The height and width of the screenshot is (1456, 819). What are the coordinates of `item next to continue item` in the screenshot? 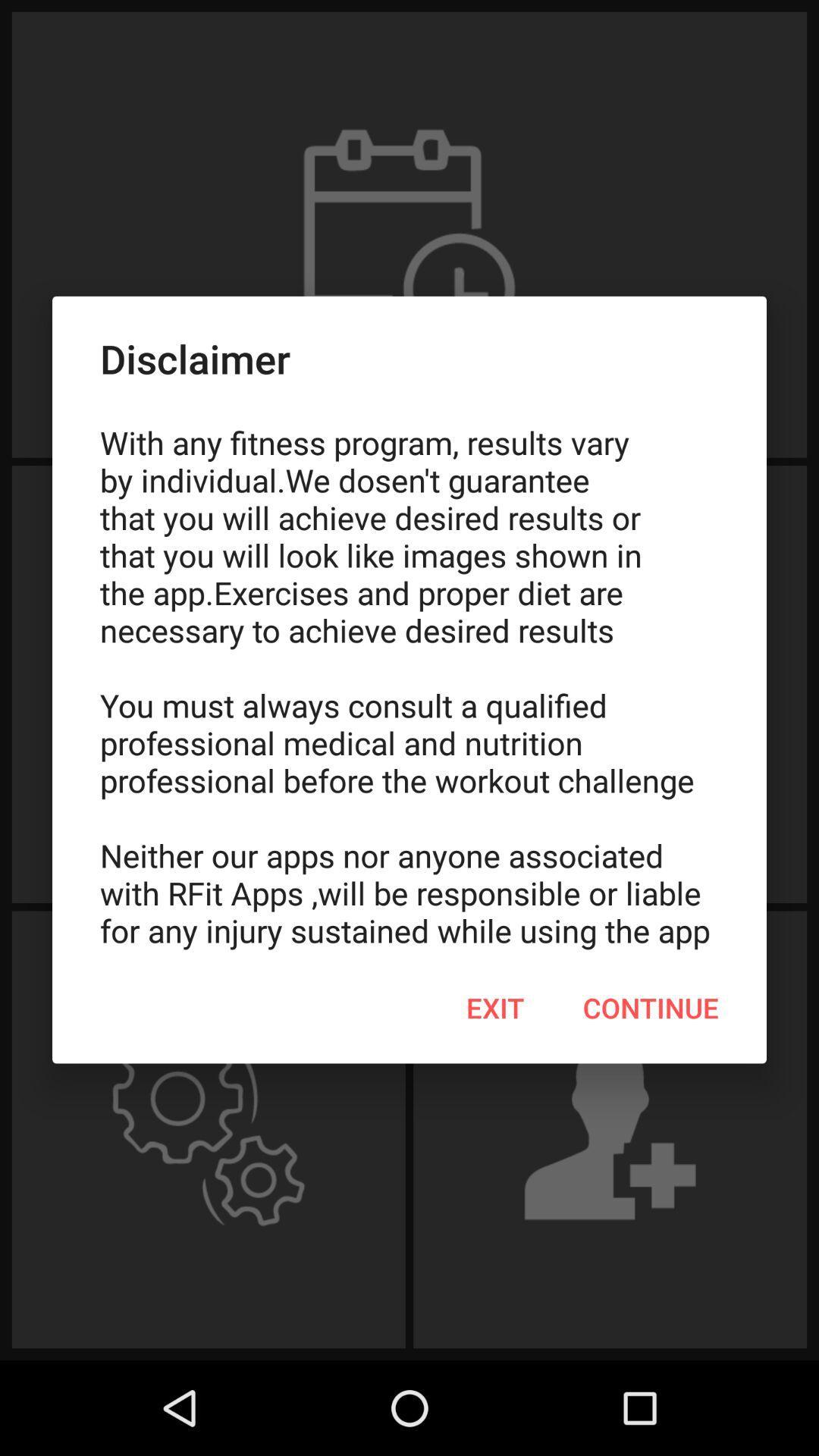 It's located at (495, 1008).